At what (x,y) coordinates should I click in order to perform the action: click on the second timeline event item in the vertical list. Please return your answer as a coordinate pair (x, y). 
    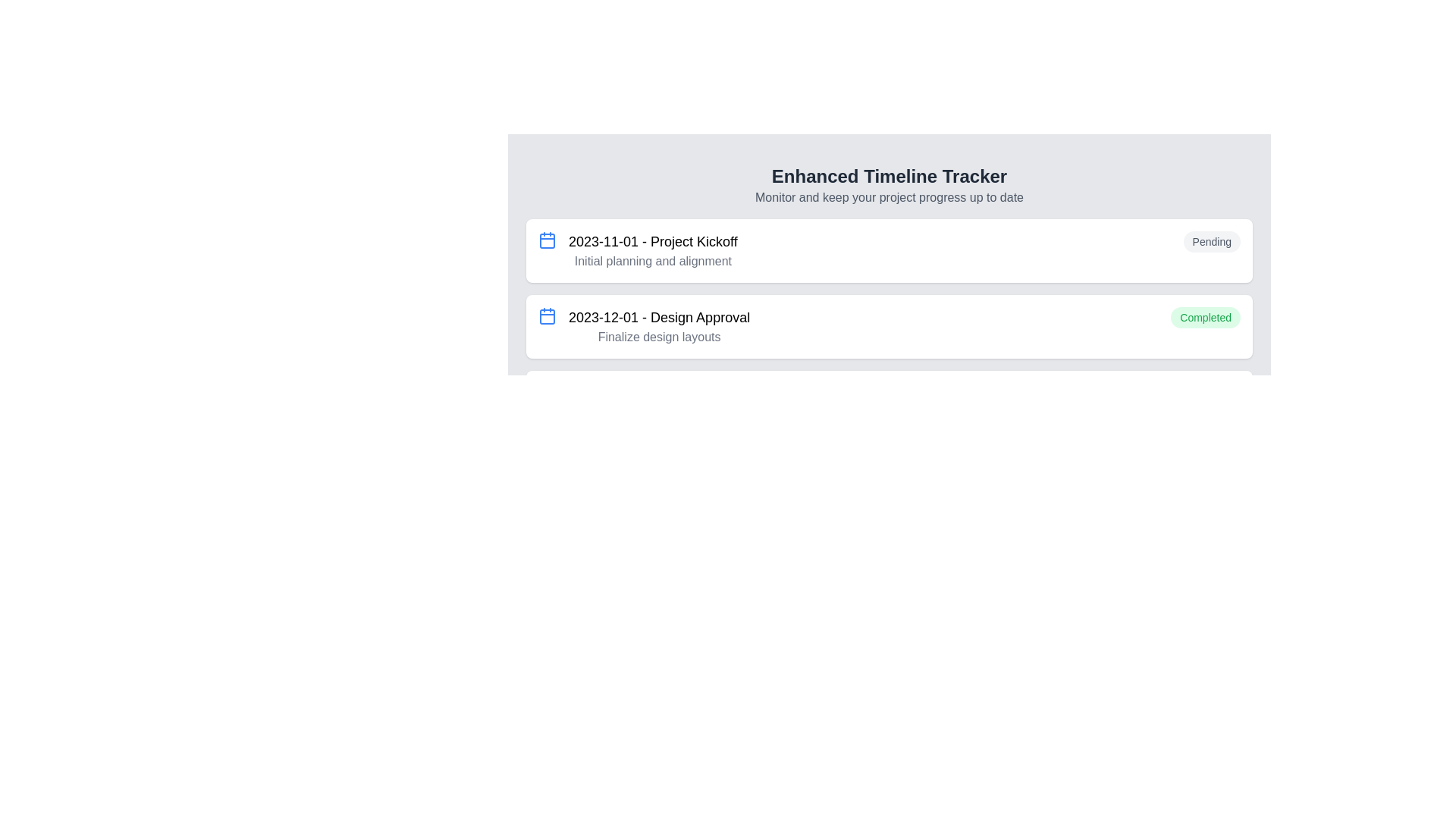
    Looking at the image, I should click on (889, 326).